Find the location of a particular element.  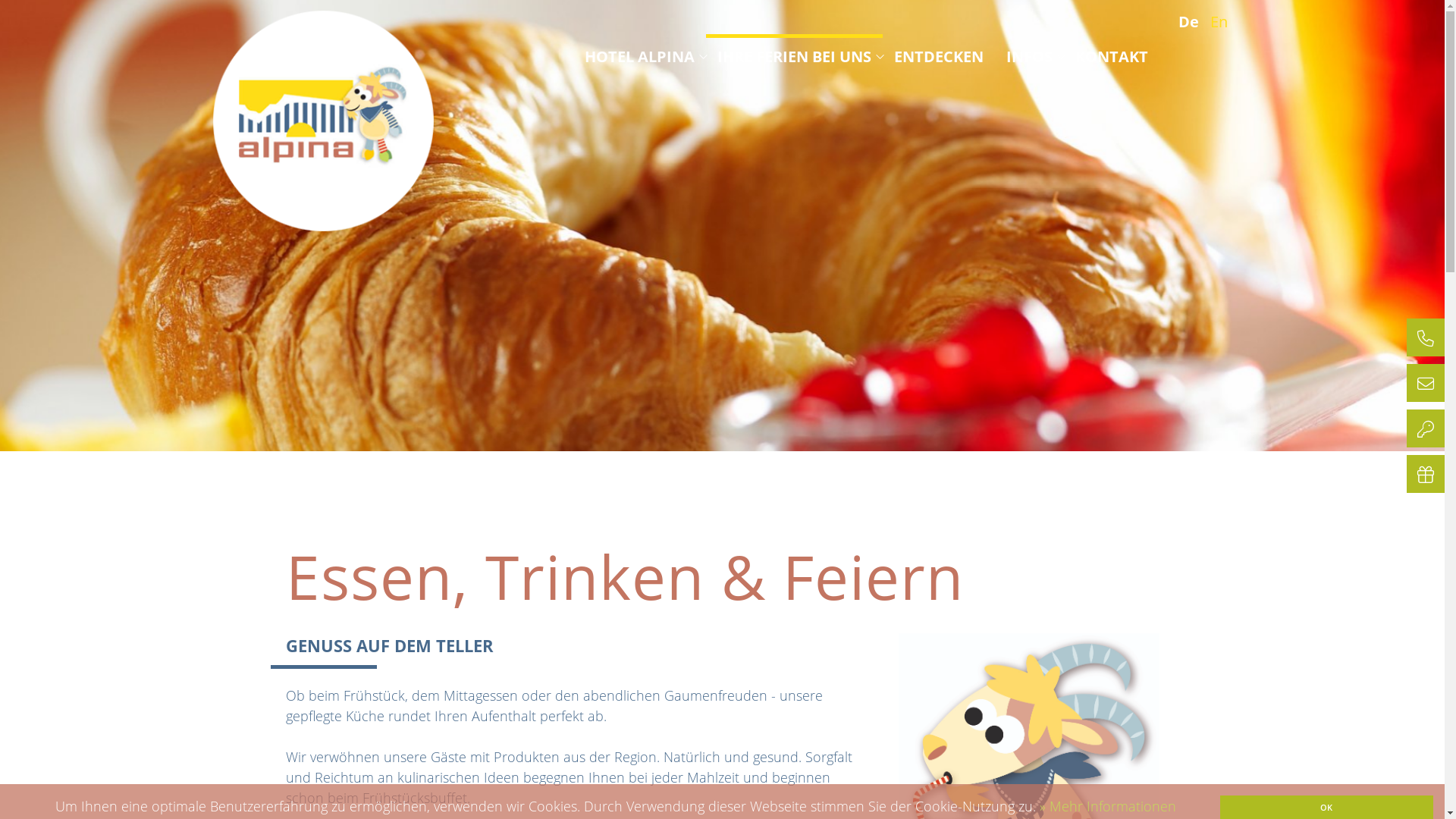

'KONTAKT' is located at coordinates (1111, 55).